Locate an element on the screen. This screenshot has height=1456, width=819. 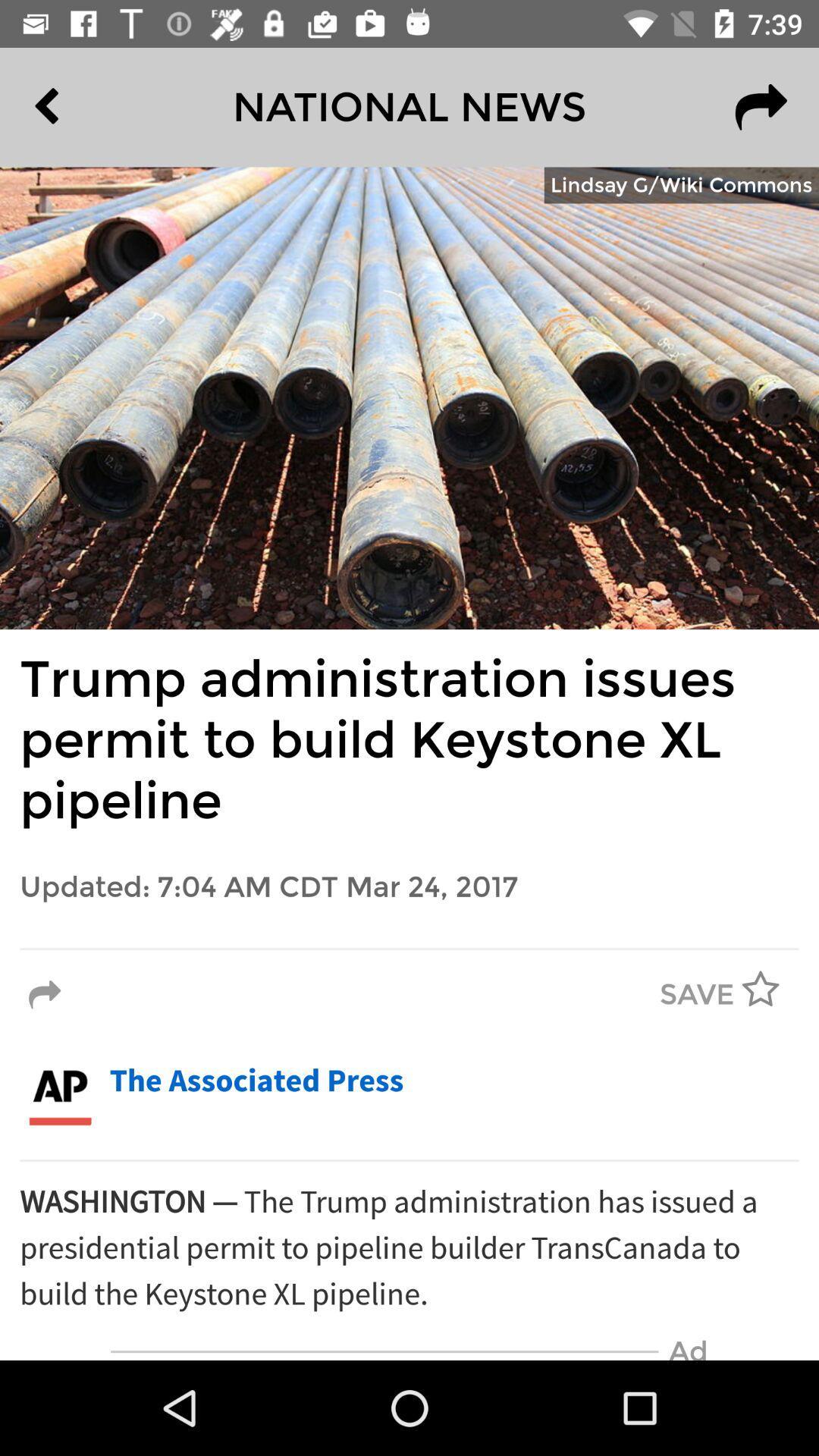
the item at the top left corner is located at coordinates (81, 106).